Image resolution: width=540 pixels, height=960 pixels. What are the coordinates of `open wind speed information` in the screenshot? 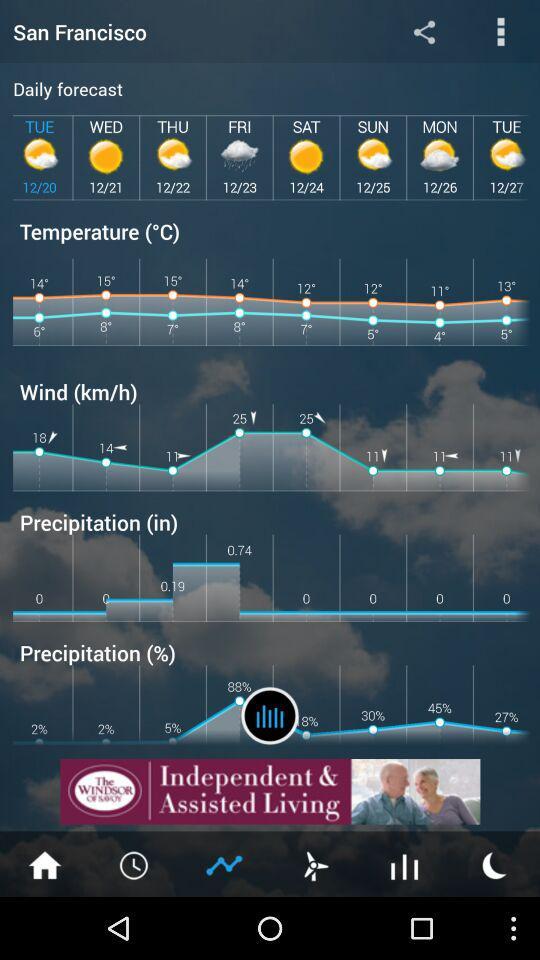 It's located at (314, 863).